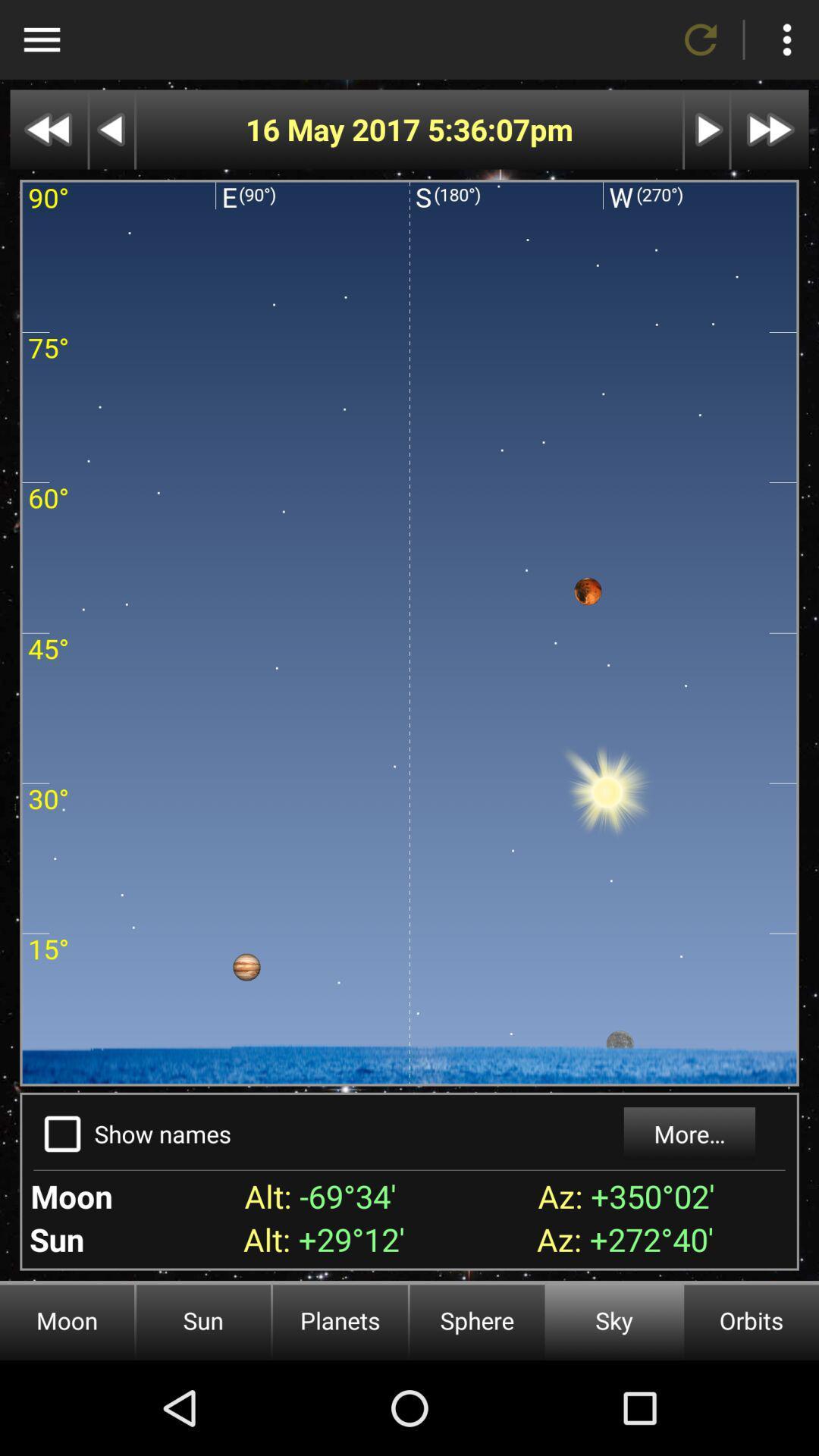 The image size is (819, 1456). What do you see at coordinates (701, 39) in the screenshot?
I see `the refresh icon` at bounding box center [701, 39].